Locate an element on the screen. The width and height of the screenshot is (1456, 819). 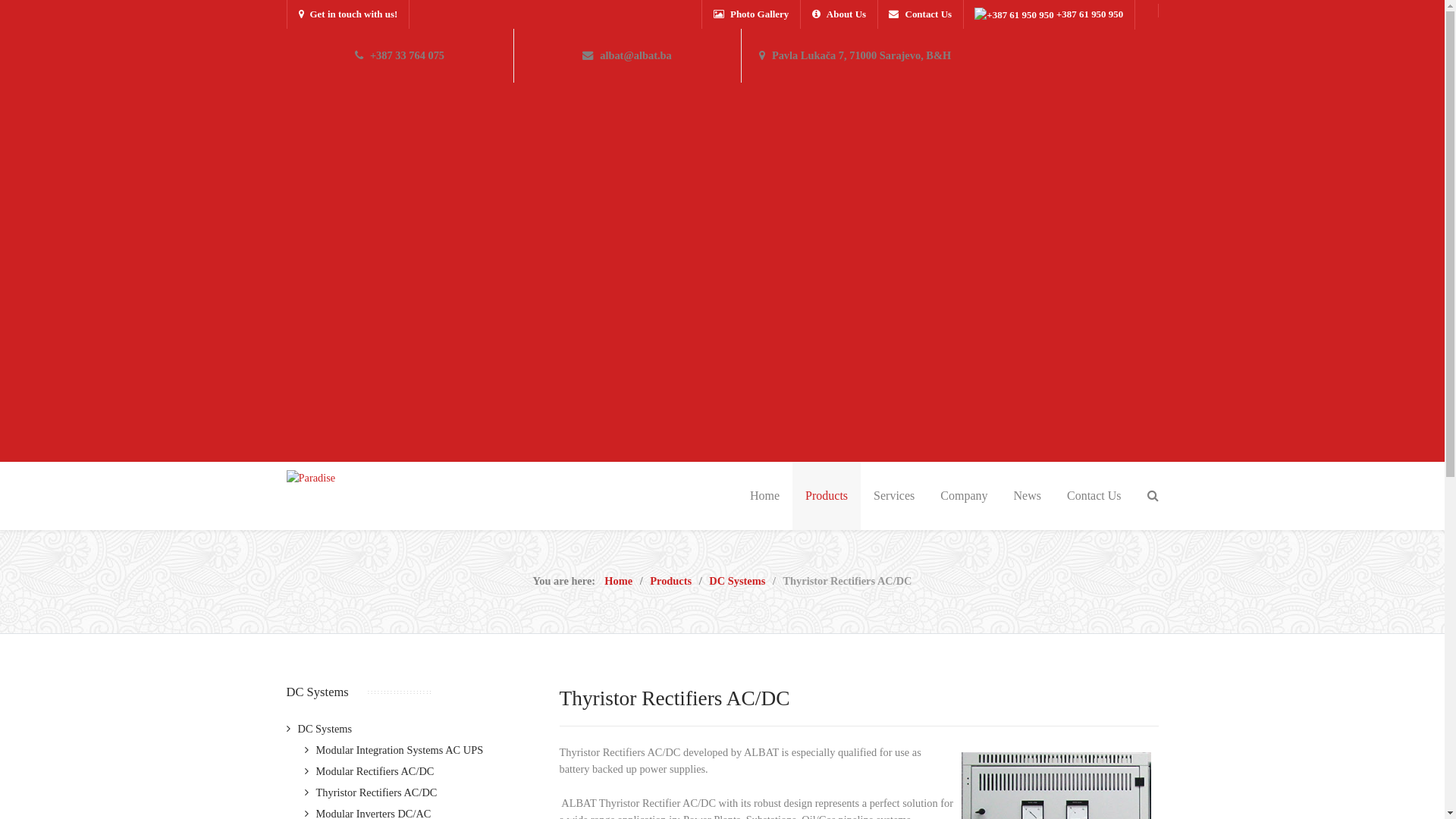
'Modular Rectifiers AC/DC' is located at coordinates (369, 771).